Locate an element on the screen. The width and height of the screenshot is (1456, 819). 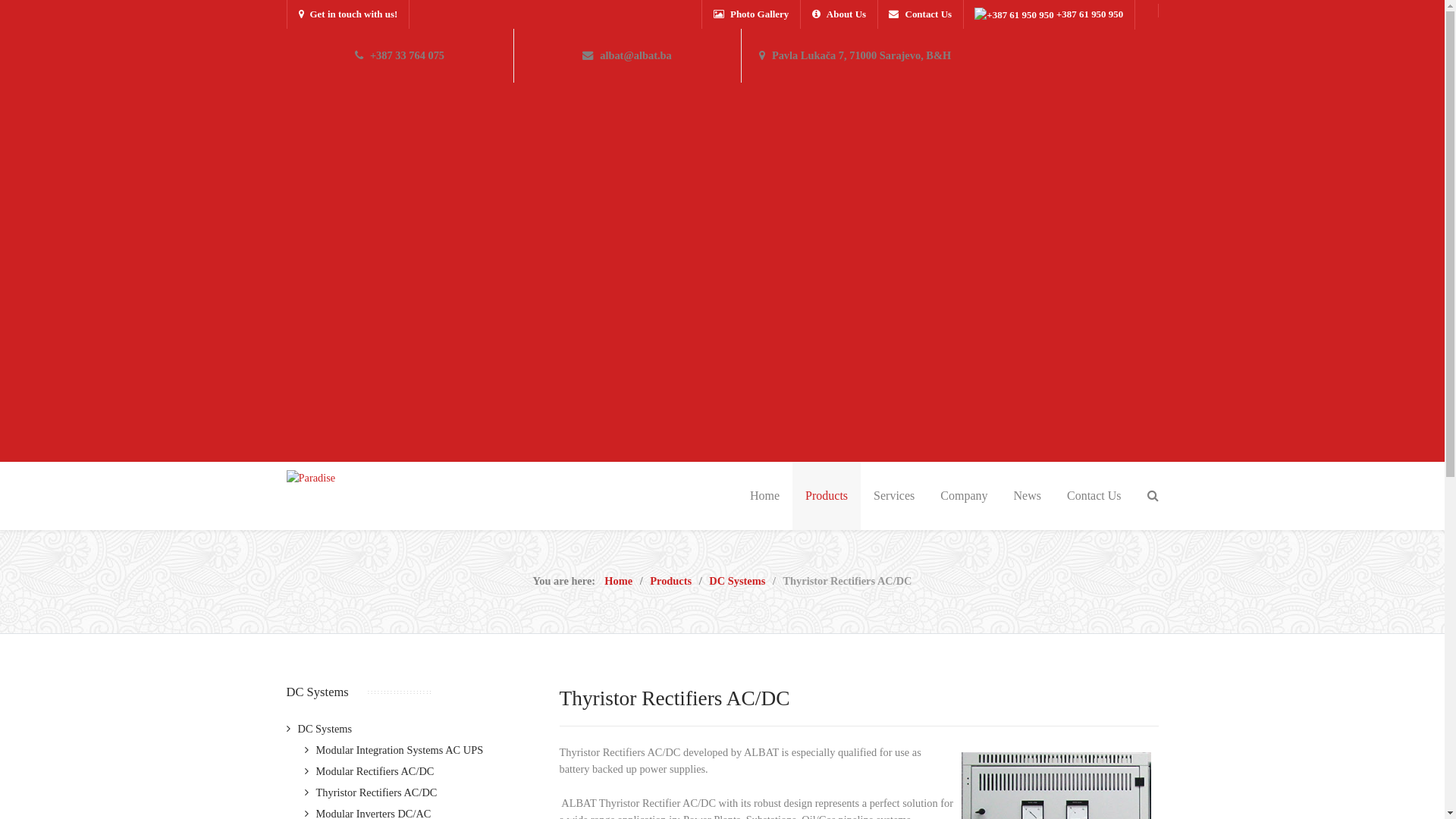
'Modular Rectifiers AC/DC' is located at coordinates (369, 771).